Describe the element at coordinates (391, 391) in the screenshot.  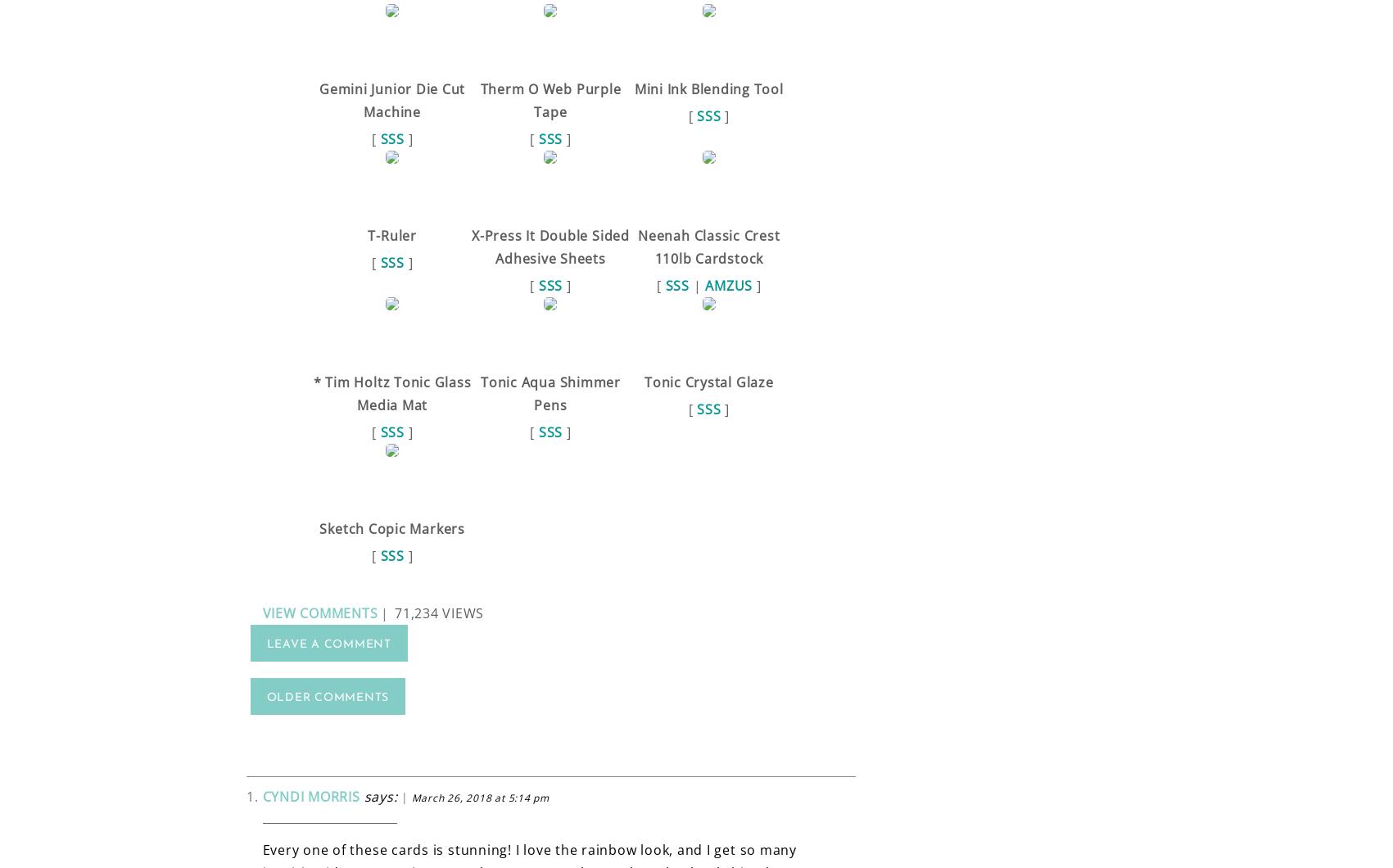
I see `'* Tim Holtz Tonic Glass Media Mat'` at that location.